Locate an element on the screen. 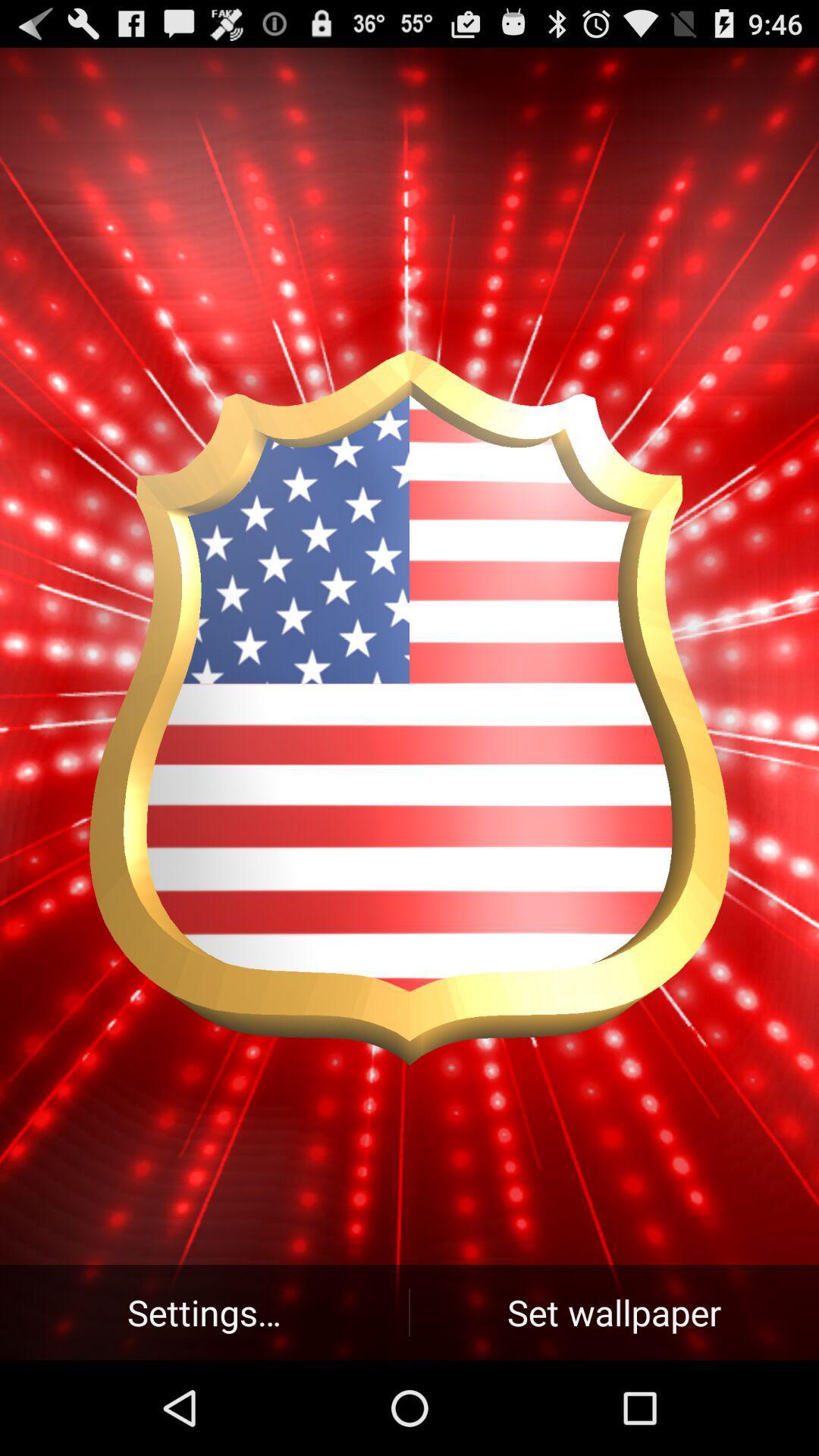  button at the bottom left corner is located at coordinates (203, 1312).